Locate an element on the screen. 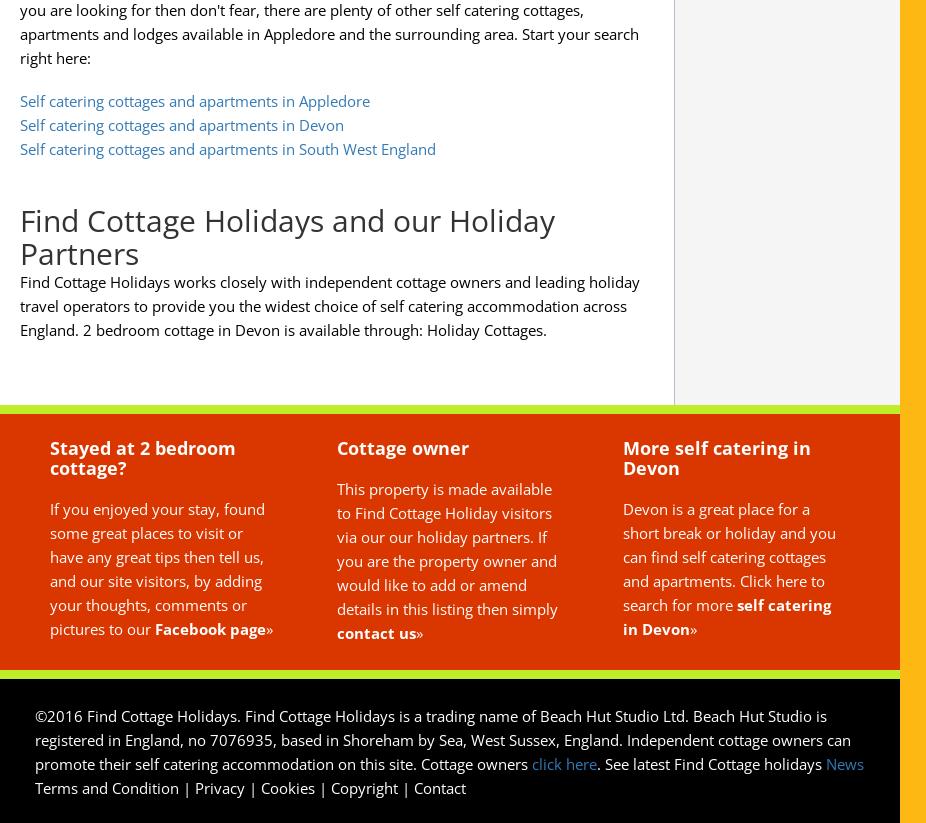 This screenshot has height=823, width=926. 'Find Cottage Holidays and our Holiday Partners' is located at coordinates (287, 236).